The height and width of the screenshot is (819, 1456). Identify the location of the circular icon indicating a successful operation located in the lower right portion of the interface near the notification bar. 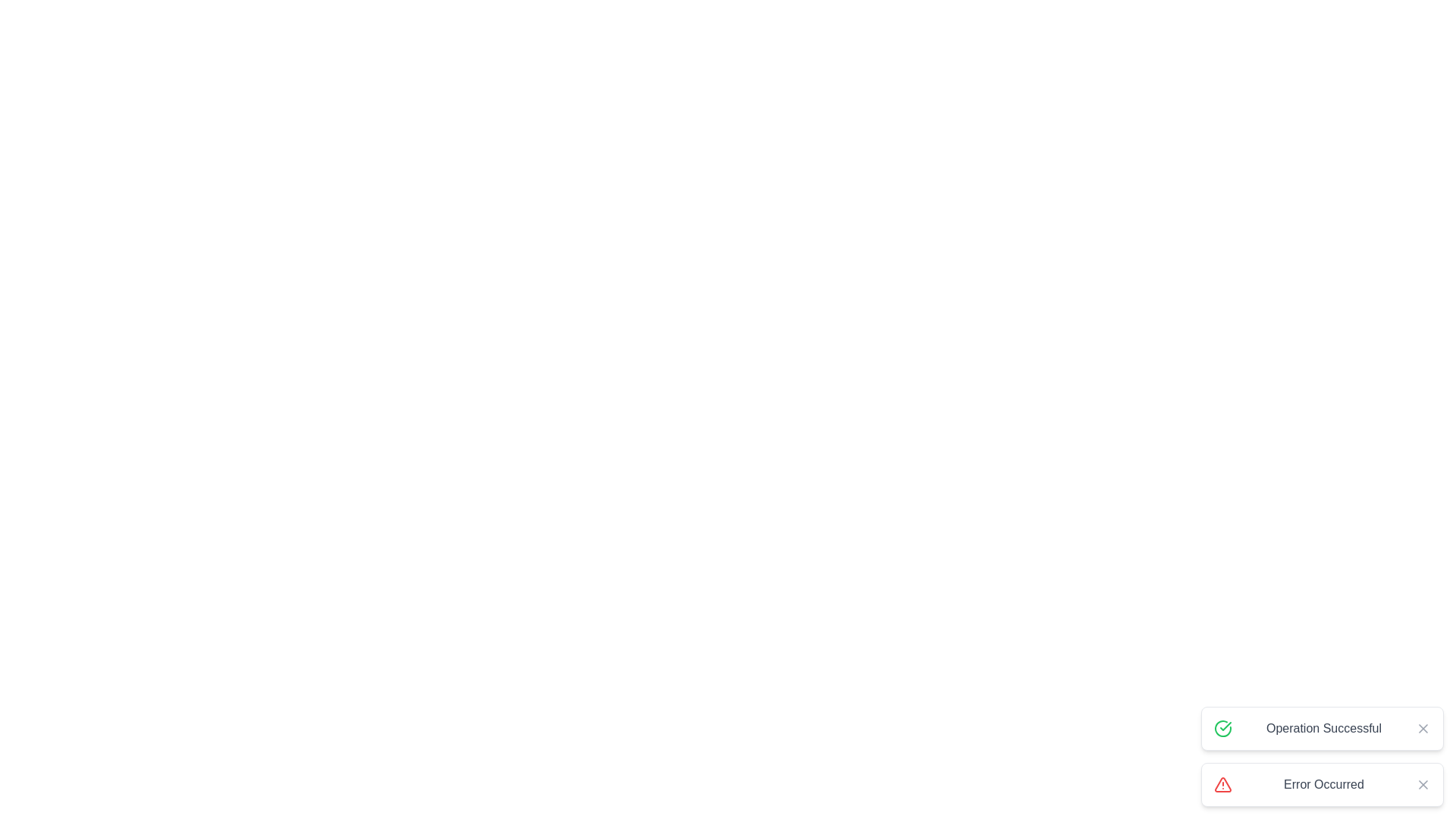
(1225, 725).